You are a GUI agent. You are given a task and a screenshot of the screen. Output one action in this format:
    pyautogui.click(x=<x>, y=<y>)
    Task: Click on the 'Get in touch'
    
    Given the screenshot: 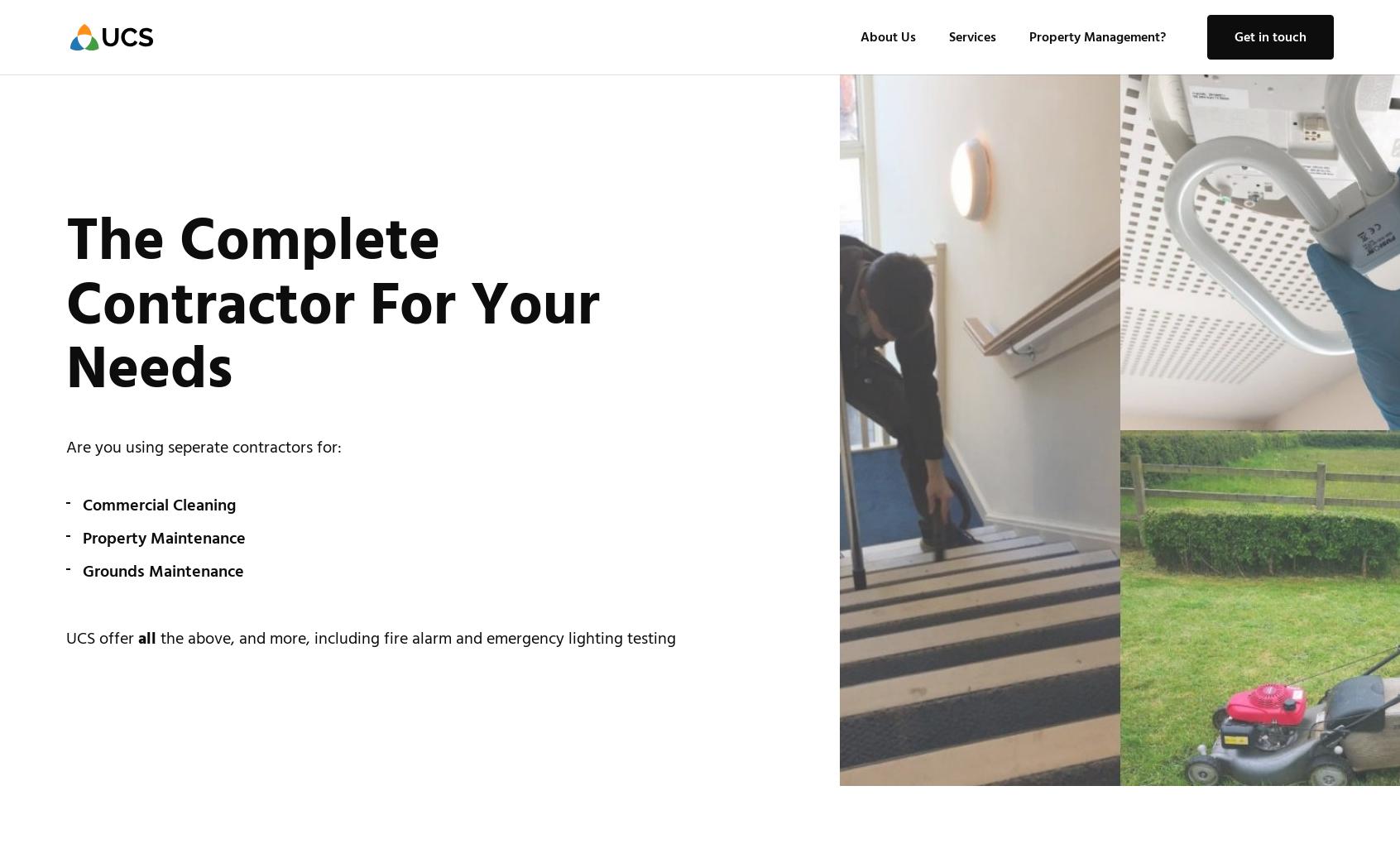 What is the action you would take?
    pyautogui.click(x=1235, y=36)
    